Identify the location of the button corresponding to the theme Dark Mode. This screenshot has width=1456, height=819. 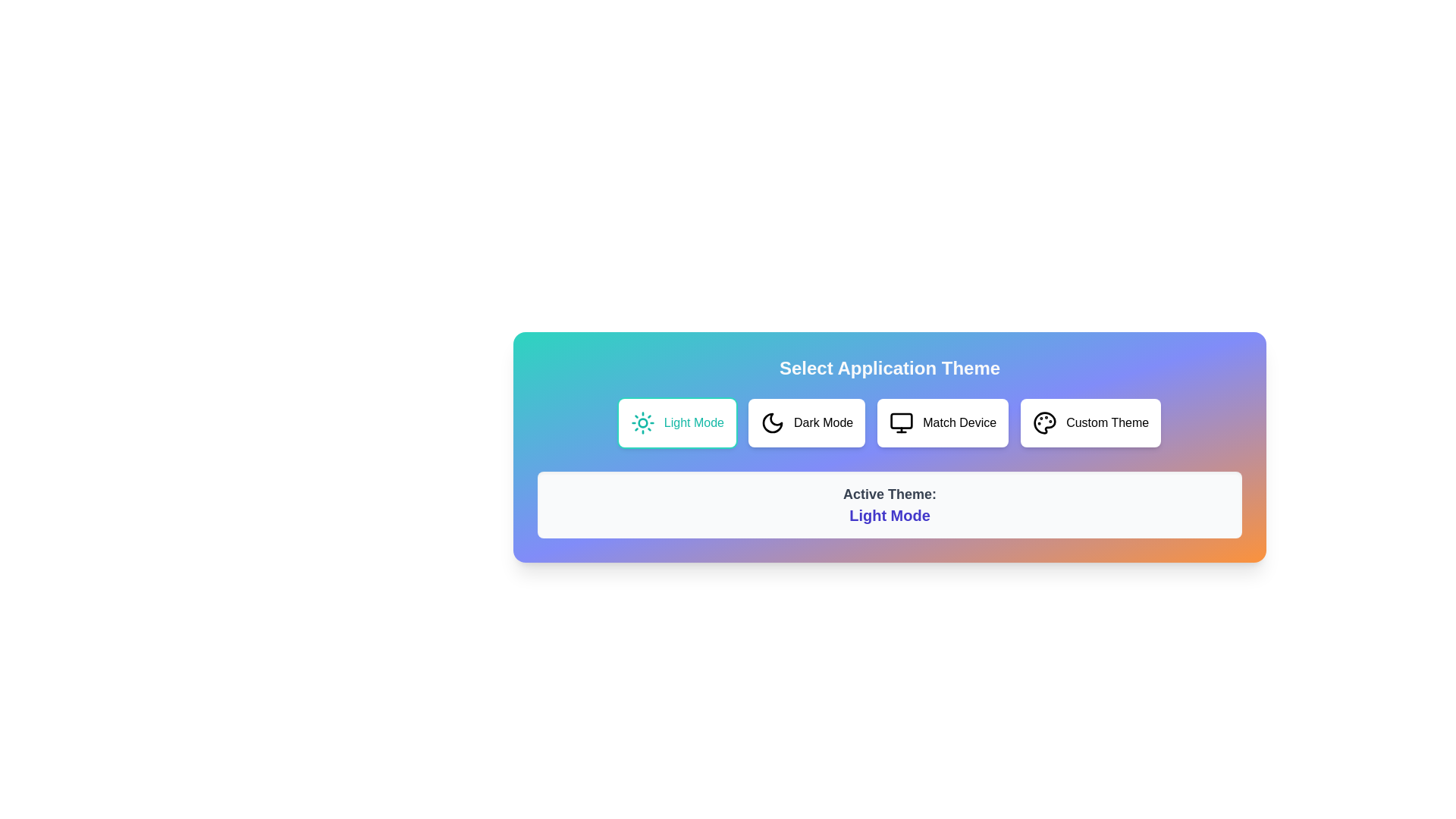
(806, 423).